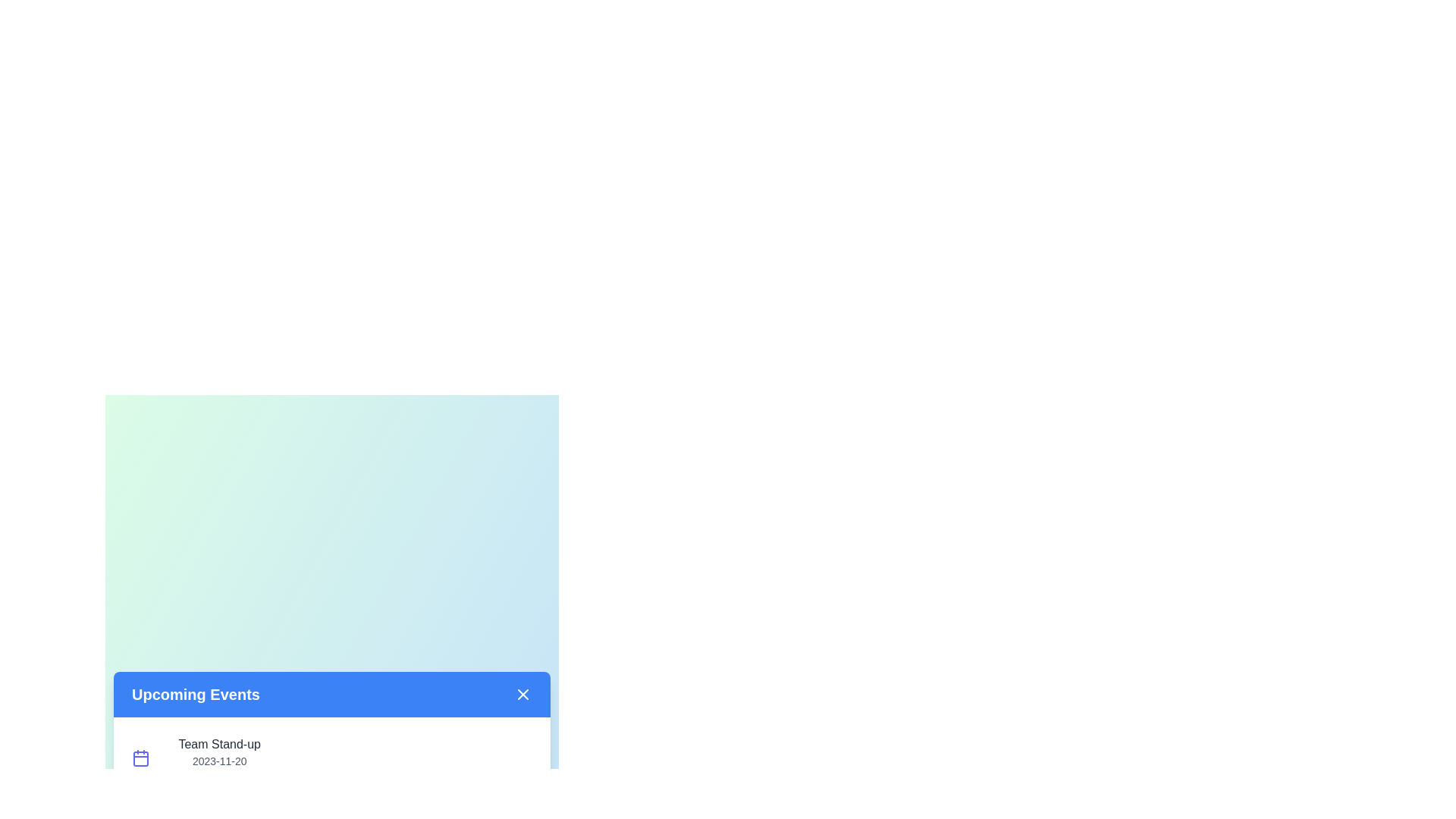  What do you see at coordinates (141, 758) in the screenshot?
I see `the calendar icon to view its tooltip or highlighted state` at bounding box center [141, 758].